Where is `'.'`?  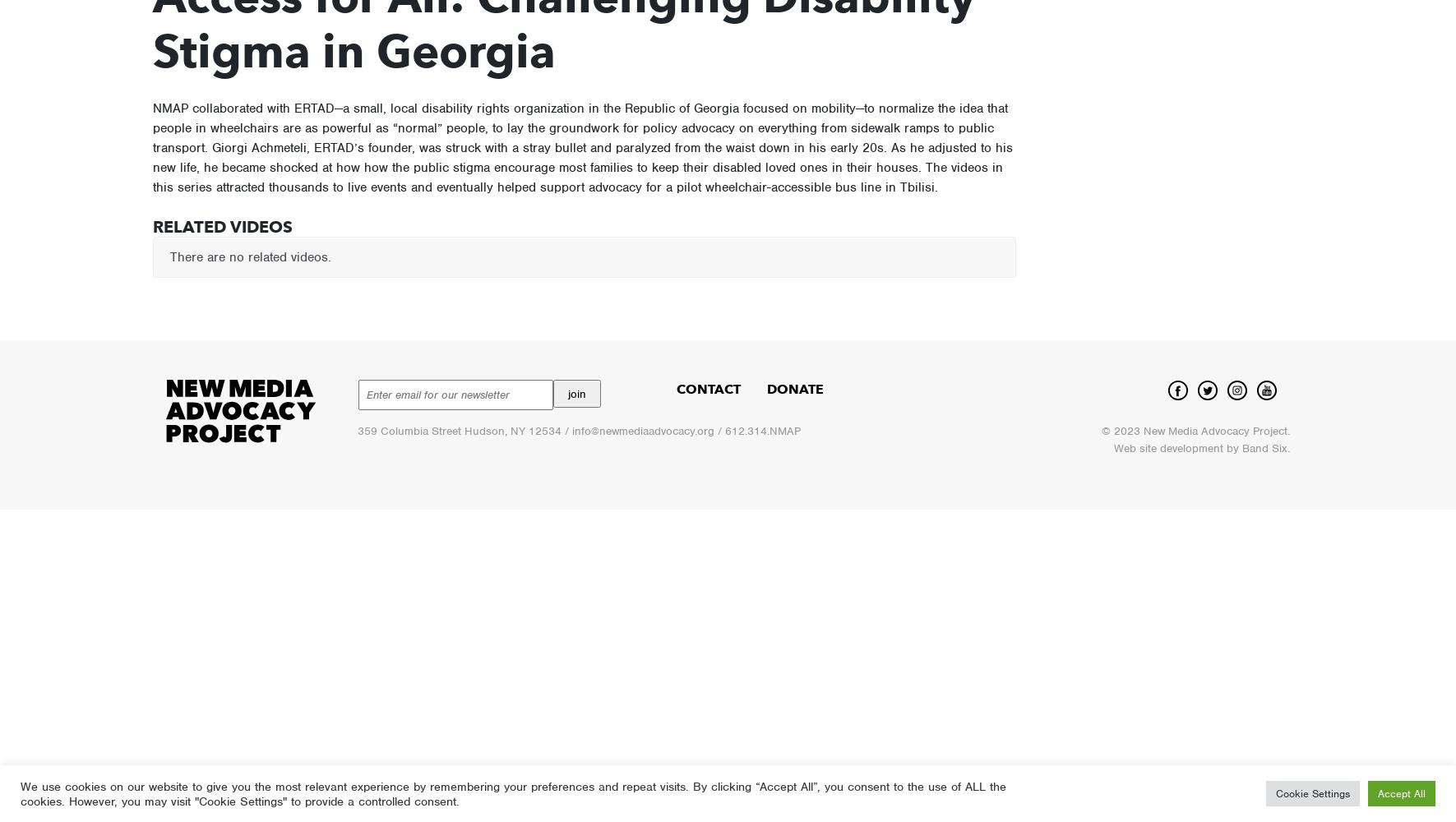
'.' is located at coordinates (1286, 431).